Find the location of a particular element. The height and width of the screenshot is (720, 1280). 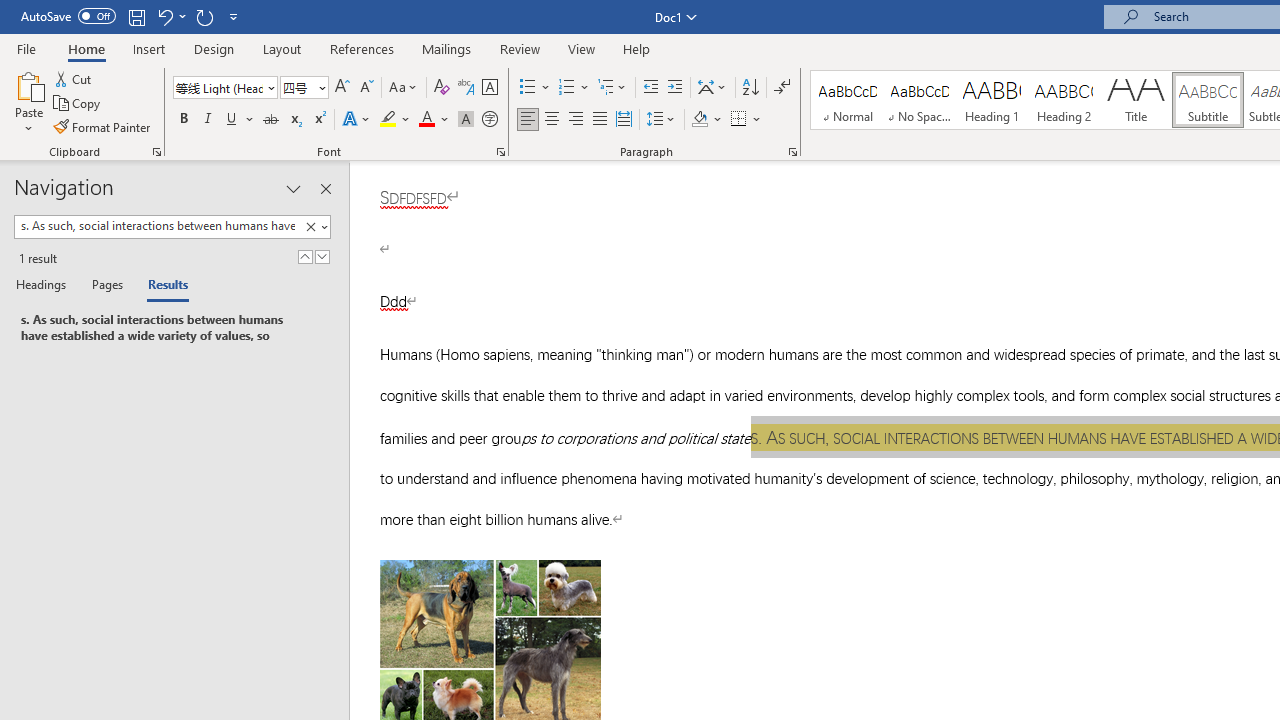

'References' is located at coordinates (362, 48).